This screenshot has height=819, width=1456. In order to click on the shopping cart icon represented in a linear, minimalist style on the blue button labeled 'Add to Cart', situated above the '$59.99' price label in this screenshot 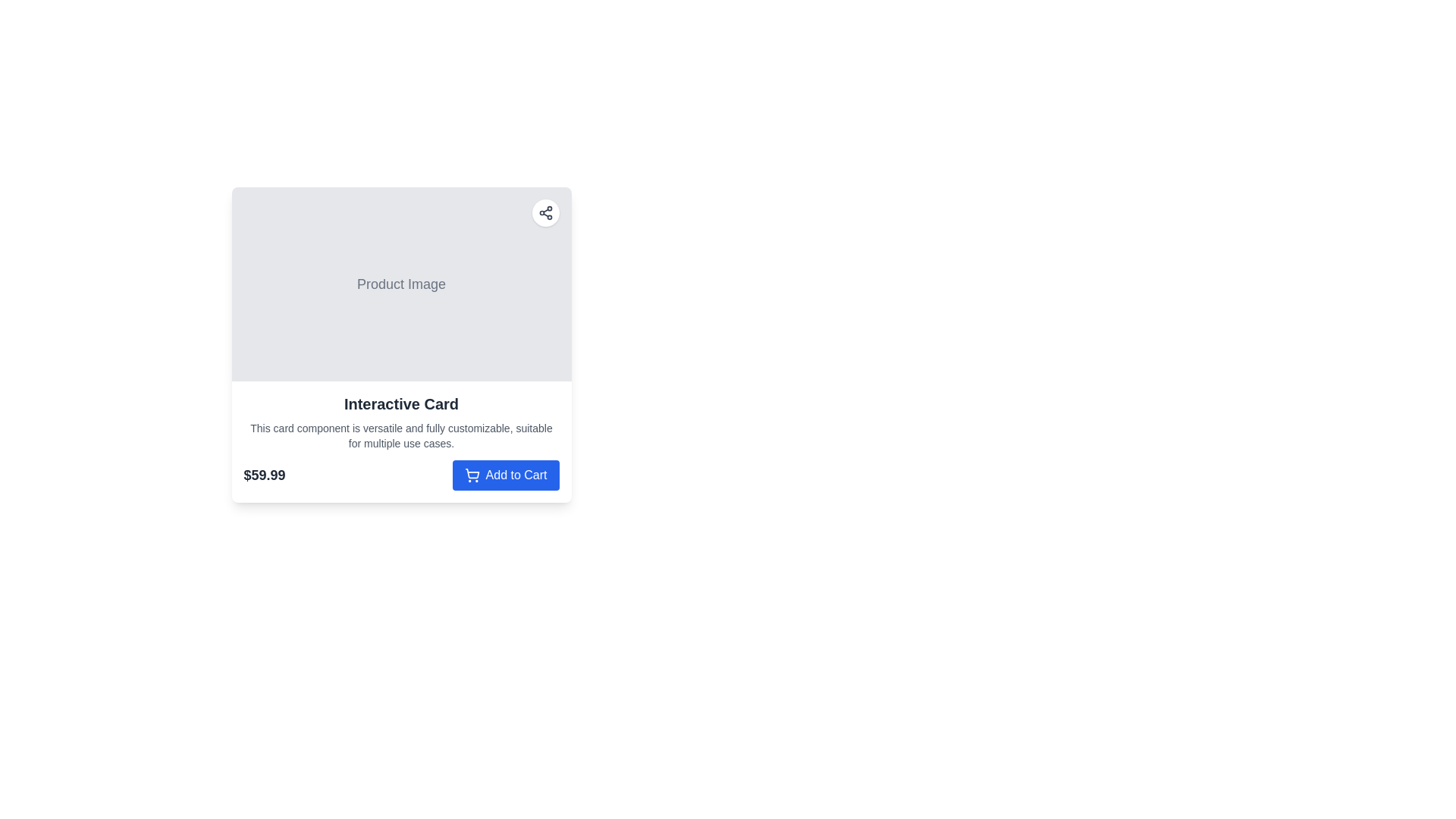, I will do `click(471, 472)`.